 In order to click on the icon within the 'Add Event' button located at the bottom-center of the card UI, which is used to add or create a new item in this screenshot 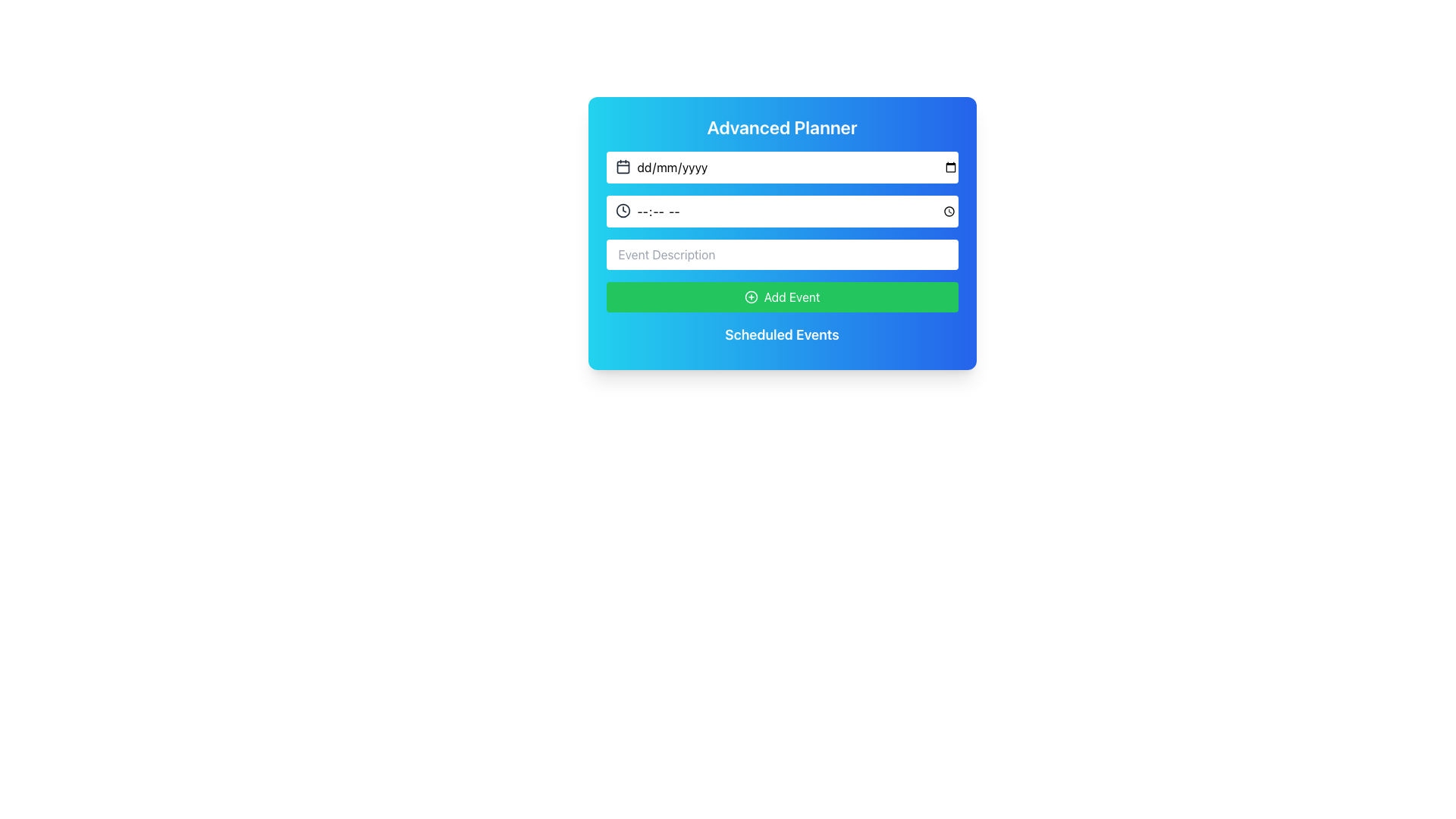, I will do `click(751, 297)`.